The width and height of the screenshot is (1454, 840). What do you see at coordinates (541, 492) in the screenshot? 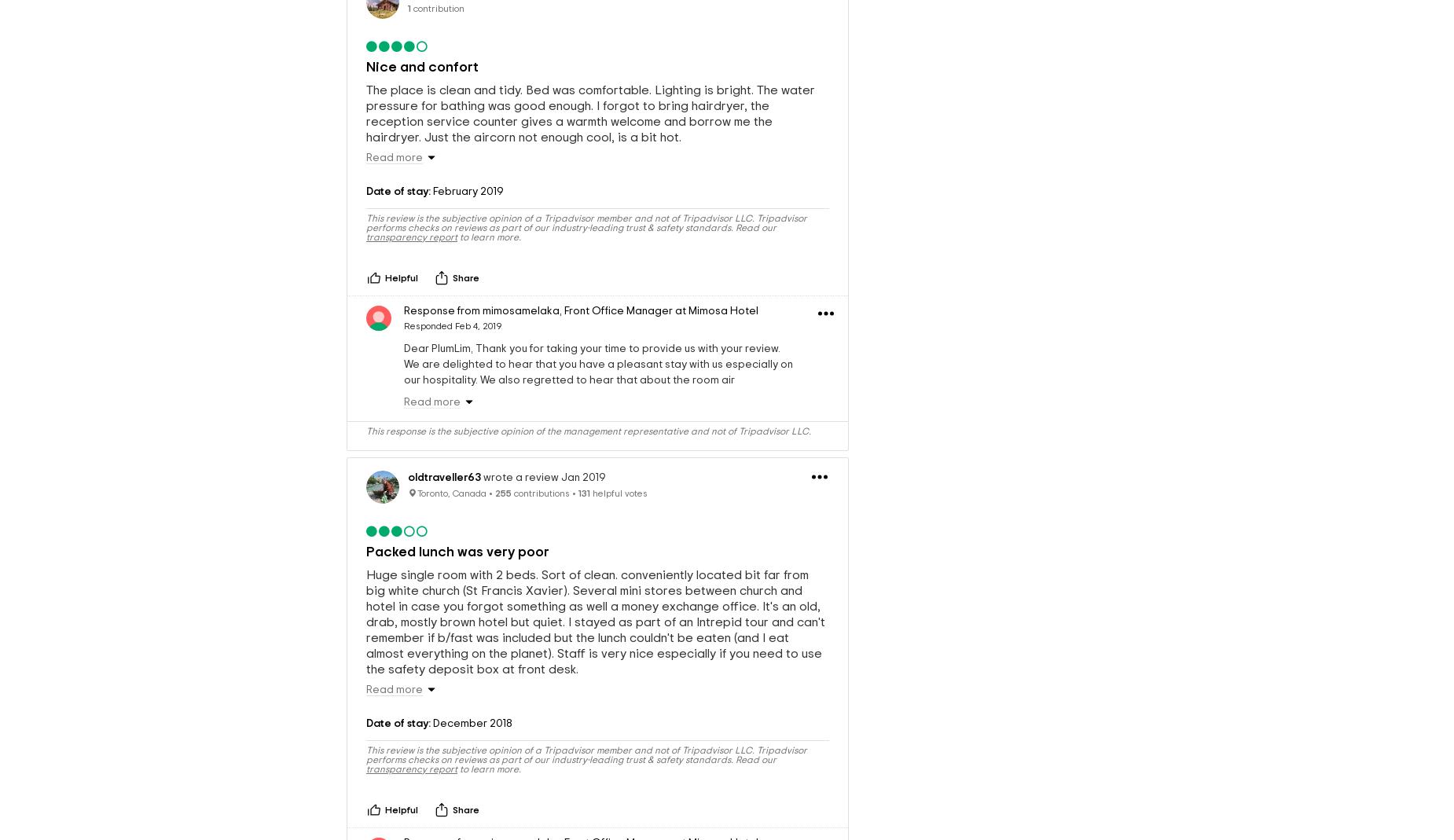
I see `'contributions'` at bounding box center [541, 492].